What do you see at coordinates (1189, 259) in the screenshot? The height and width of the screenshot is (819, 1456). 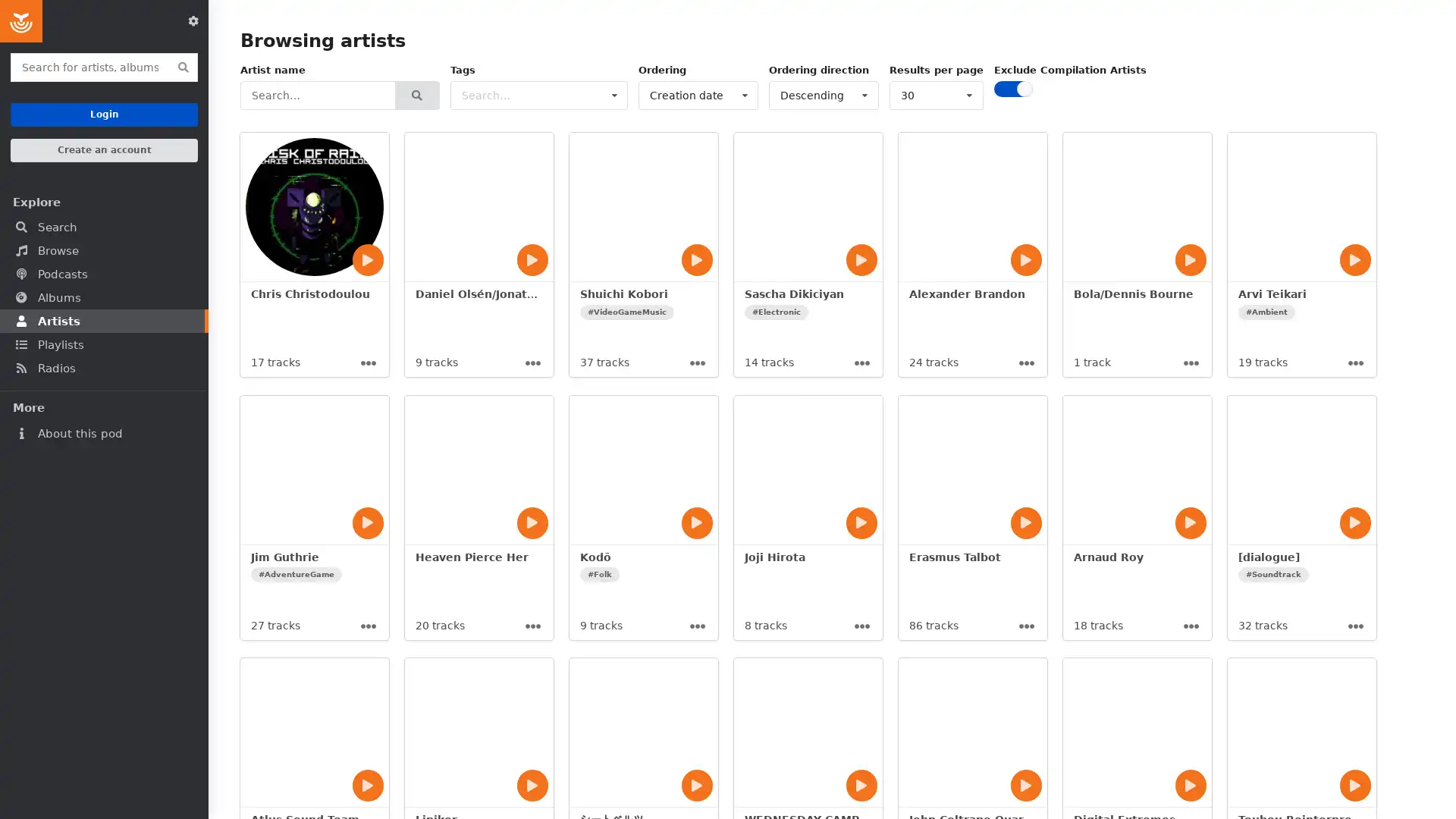 I see `Play artist` at bounding box center [1189, 259].